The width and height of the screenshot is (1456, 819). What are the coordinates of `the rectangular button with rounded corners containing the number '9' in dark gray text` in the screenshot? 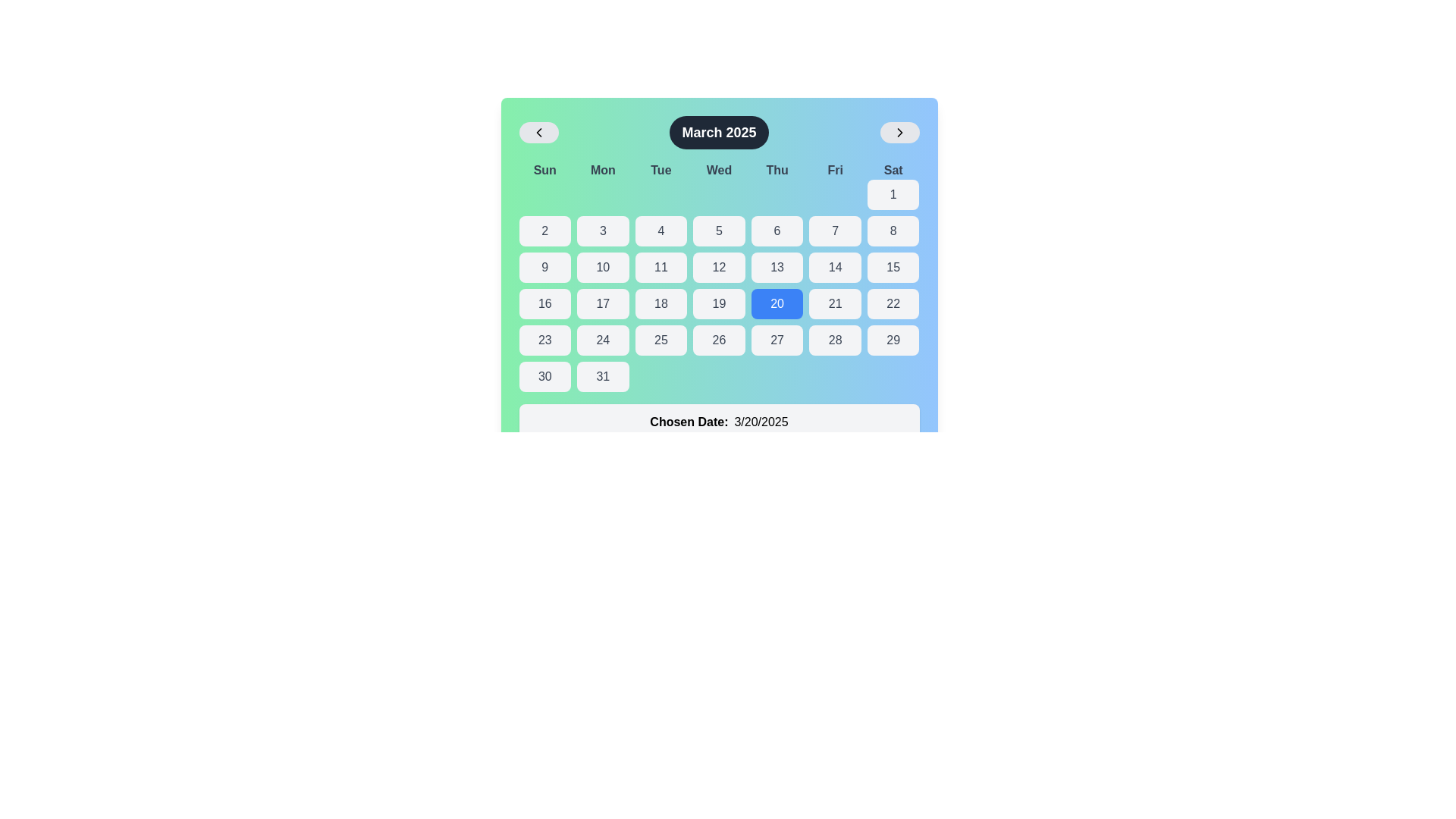 It's located at (544, 267).